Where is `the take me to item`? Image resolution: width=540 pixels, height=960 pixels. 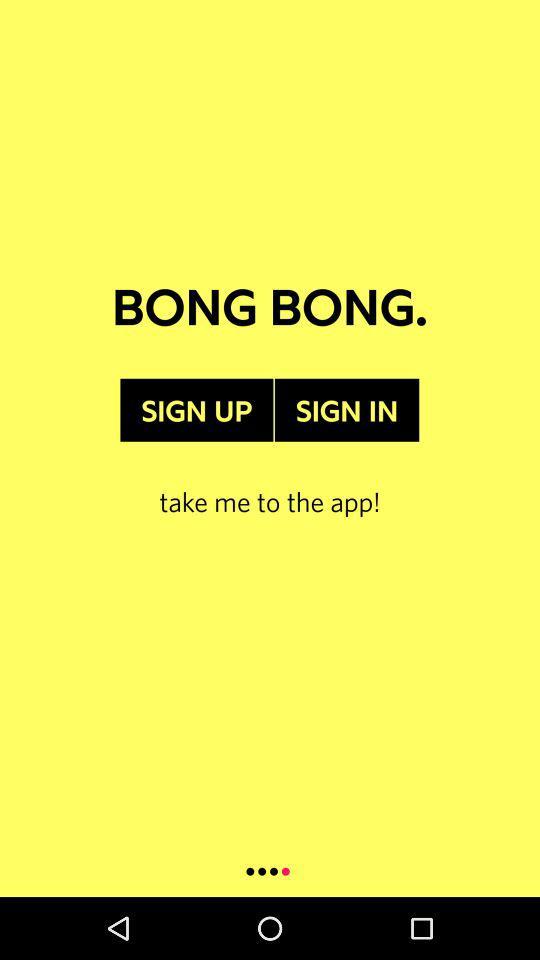
the take me to item is located at coordinates (270, 480).